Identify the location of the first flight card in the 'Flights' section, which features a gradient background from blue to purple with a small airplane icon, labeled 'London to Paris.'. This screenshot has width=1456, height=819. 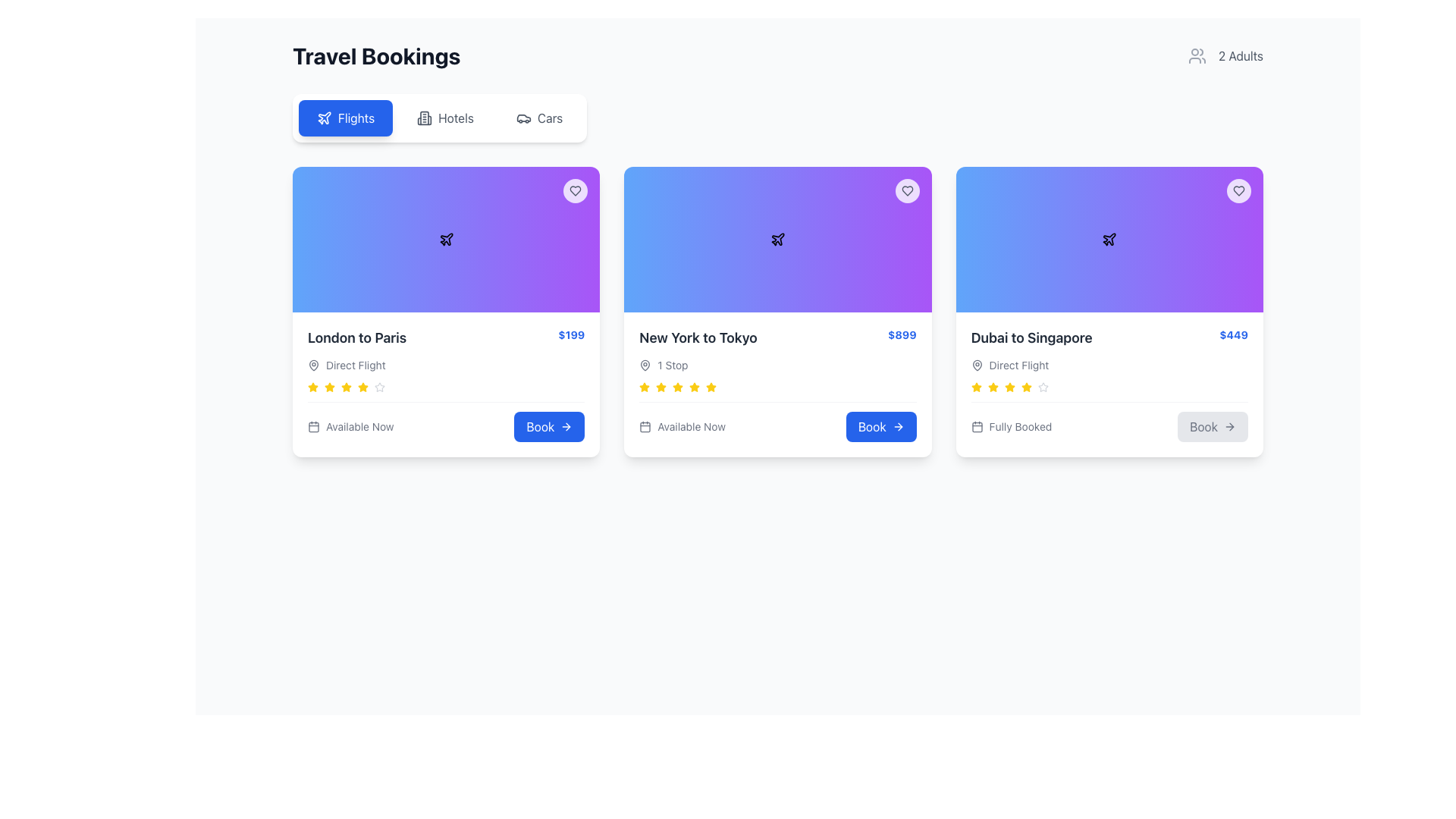
(445, 239).